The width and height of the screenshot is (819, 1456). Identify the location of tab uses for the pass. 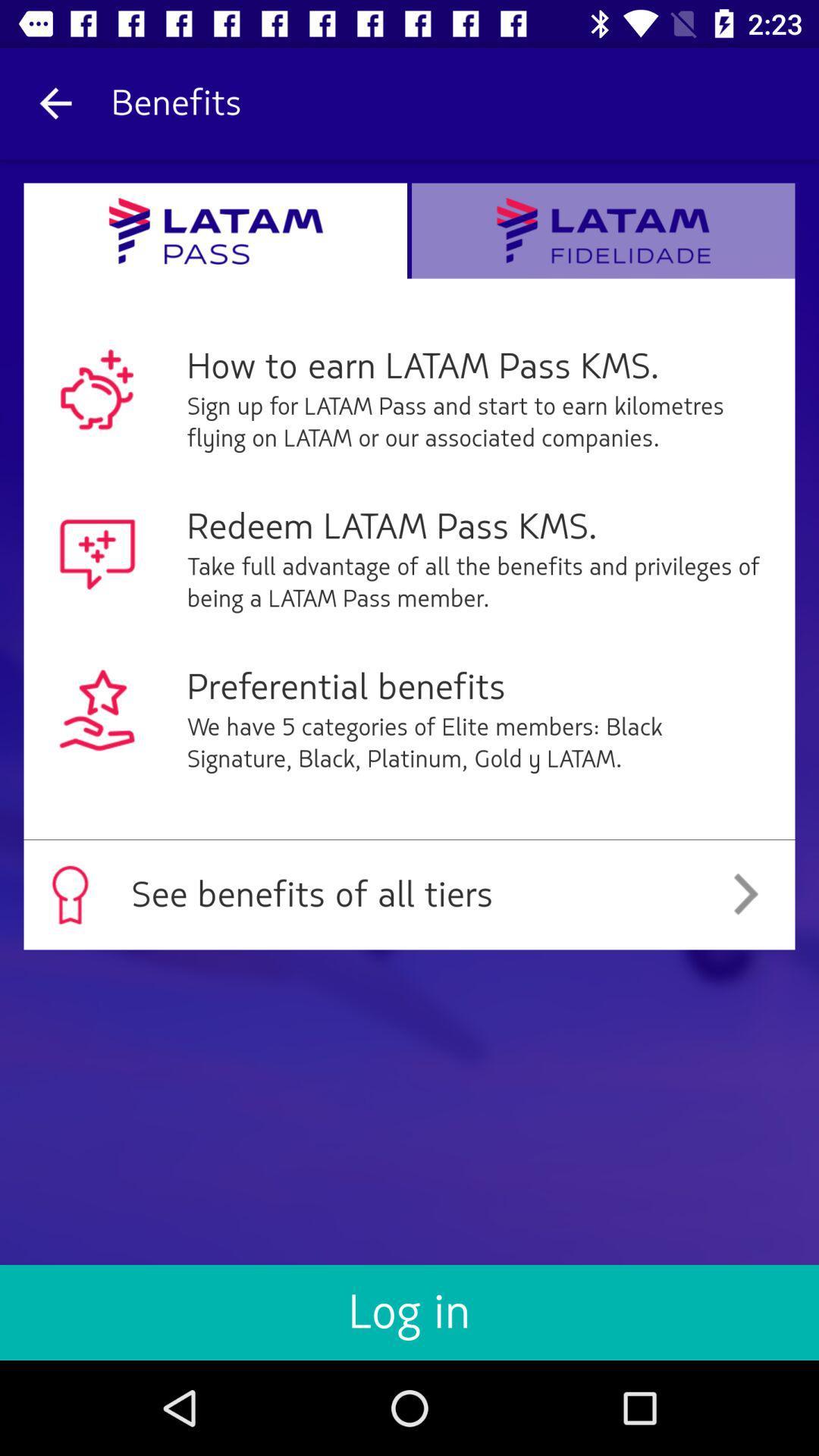
(215, 230).